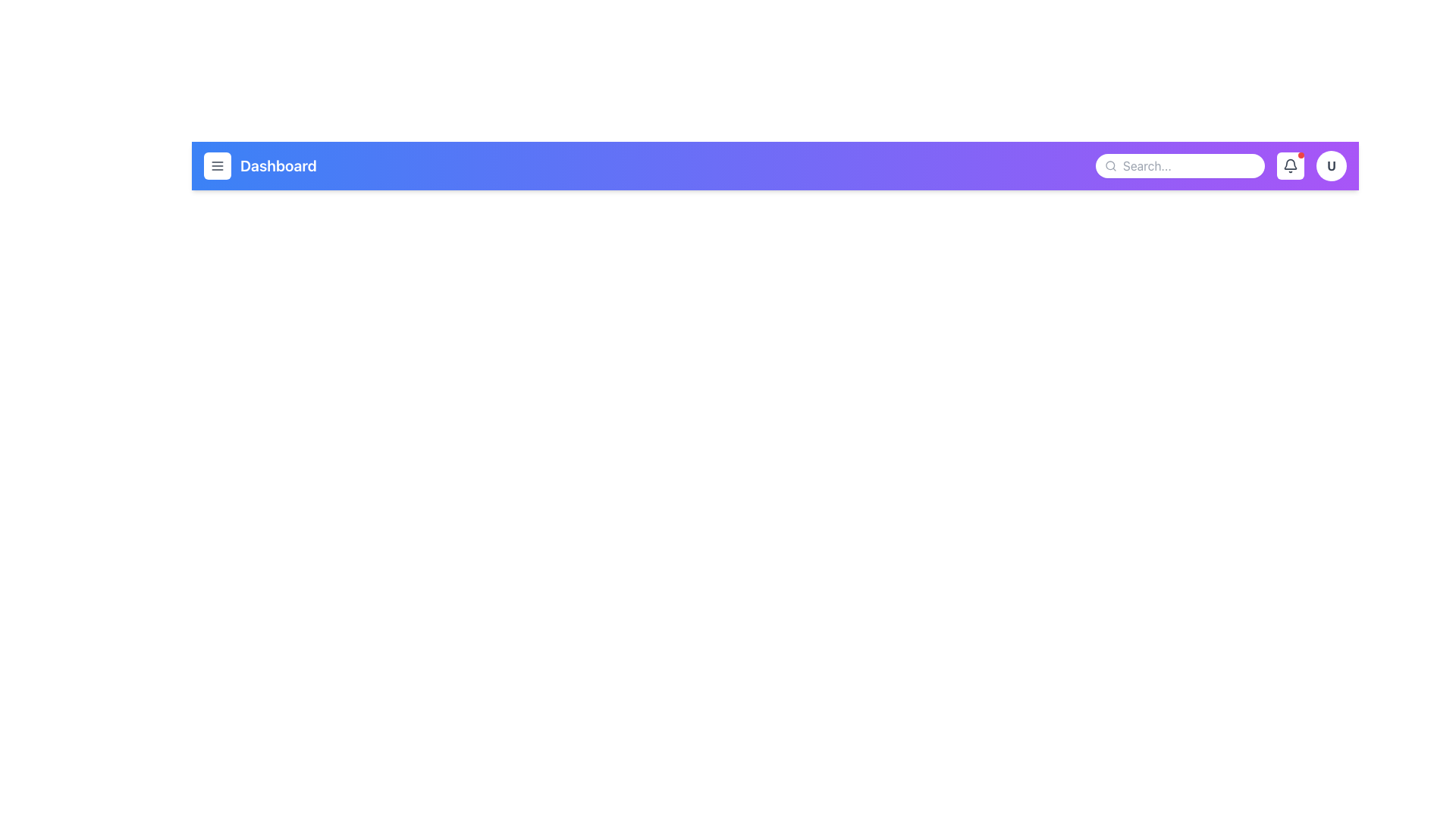 The height and width of the screenshot is (819, 1456). I want to click on the 'Dashboard' text label located in the navigation bar, which serves as a title for the current section of the application, so click(278, 166).